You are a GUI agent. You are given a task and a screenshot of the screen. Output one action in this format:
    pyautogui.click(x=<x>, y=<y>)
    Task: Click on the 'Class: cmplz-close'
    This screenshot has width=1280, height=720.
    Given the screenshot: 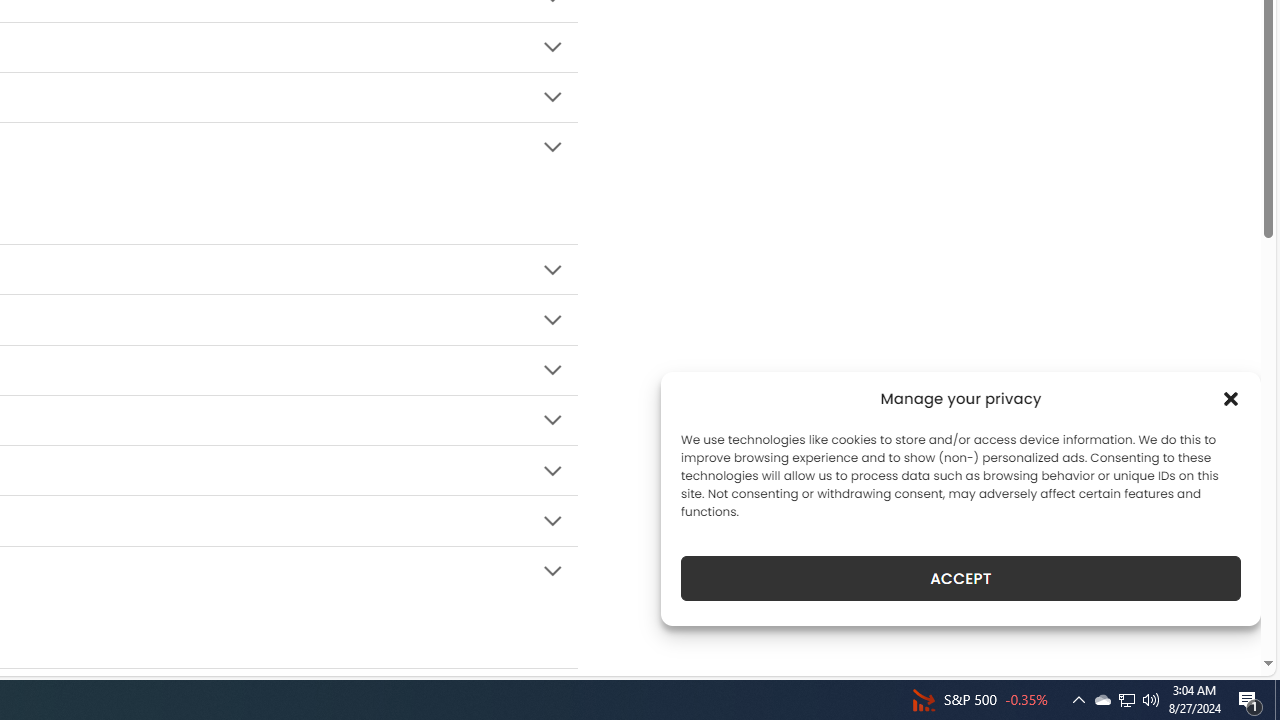 What is the action you would take?
    pyautogui.click(x=1230, y=398)
    